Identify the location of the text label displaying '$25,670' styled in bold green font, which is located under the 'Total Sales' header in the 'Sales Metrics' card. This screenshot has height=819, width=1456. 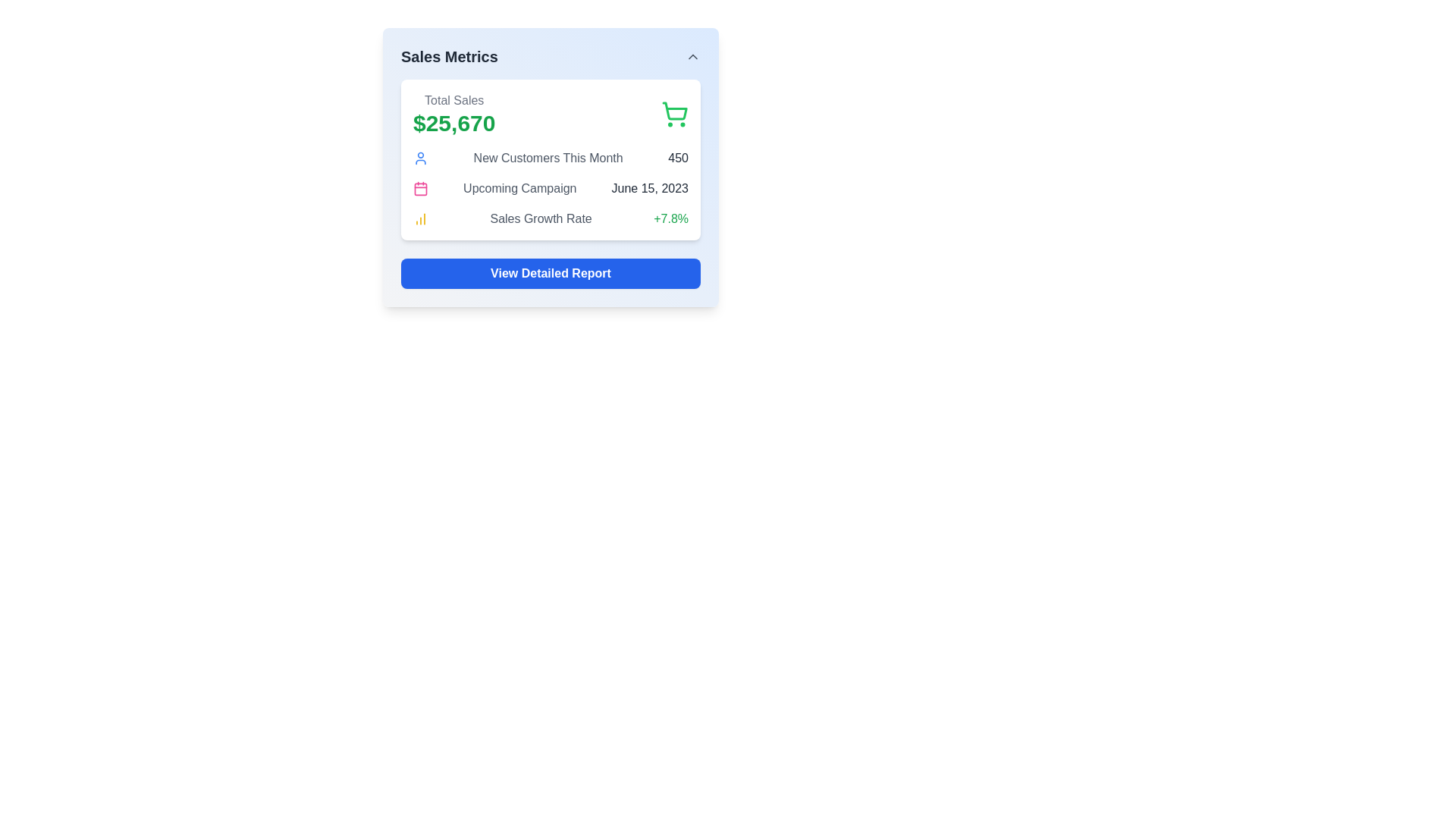
(453, 122).